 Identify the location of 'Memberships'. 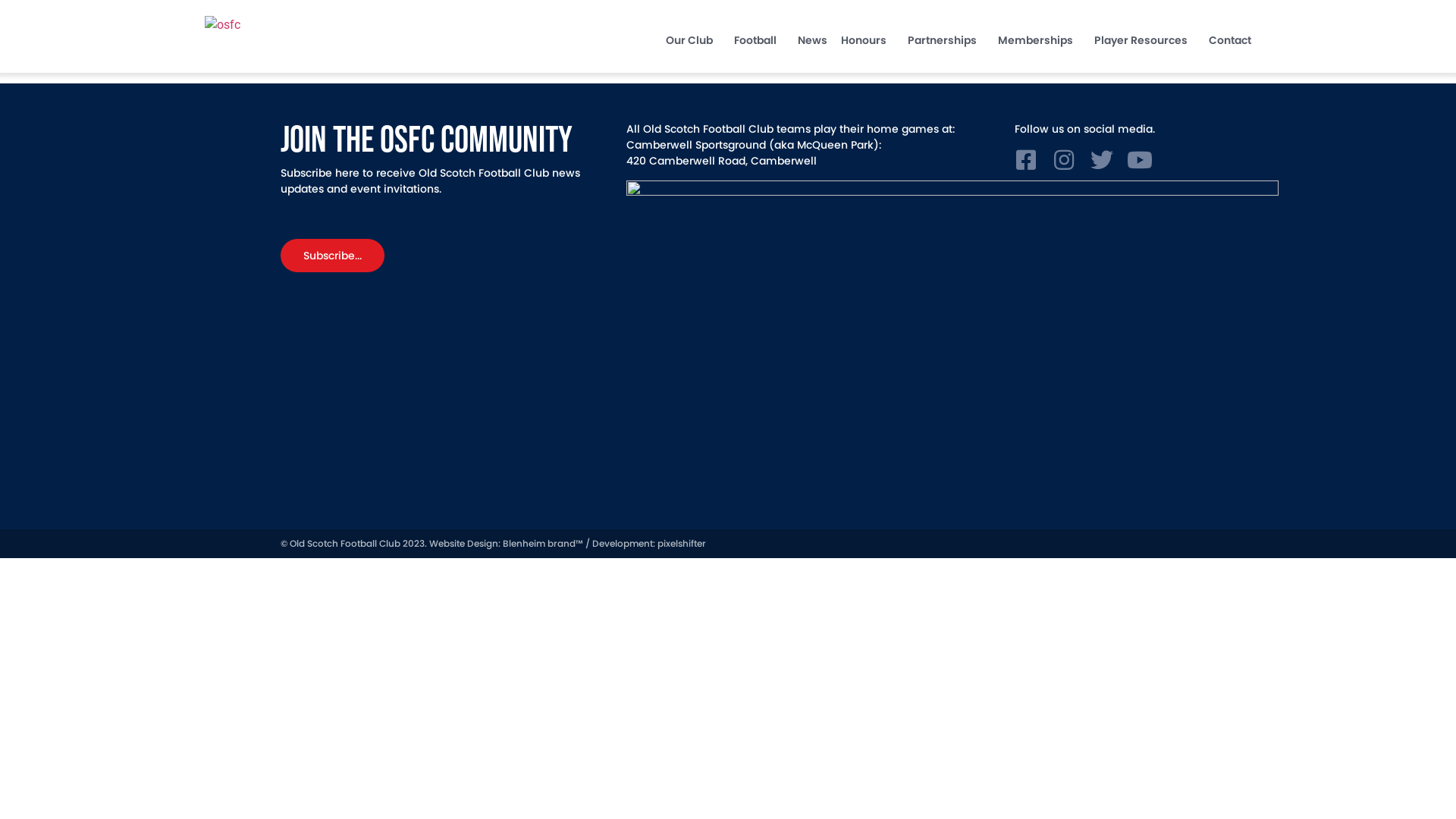
(1038, 39).